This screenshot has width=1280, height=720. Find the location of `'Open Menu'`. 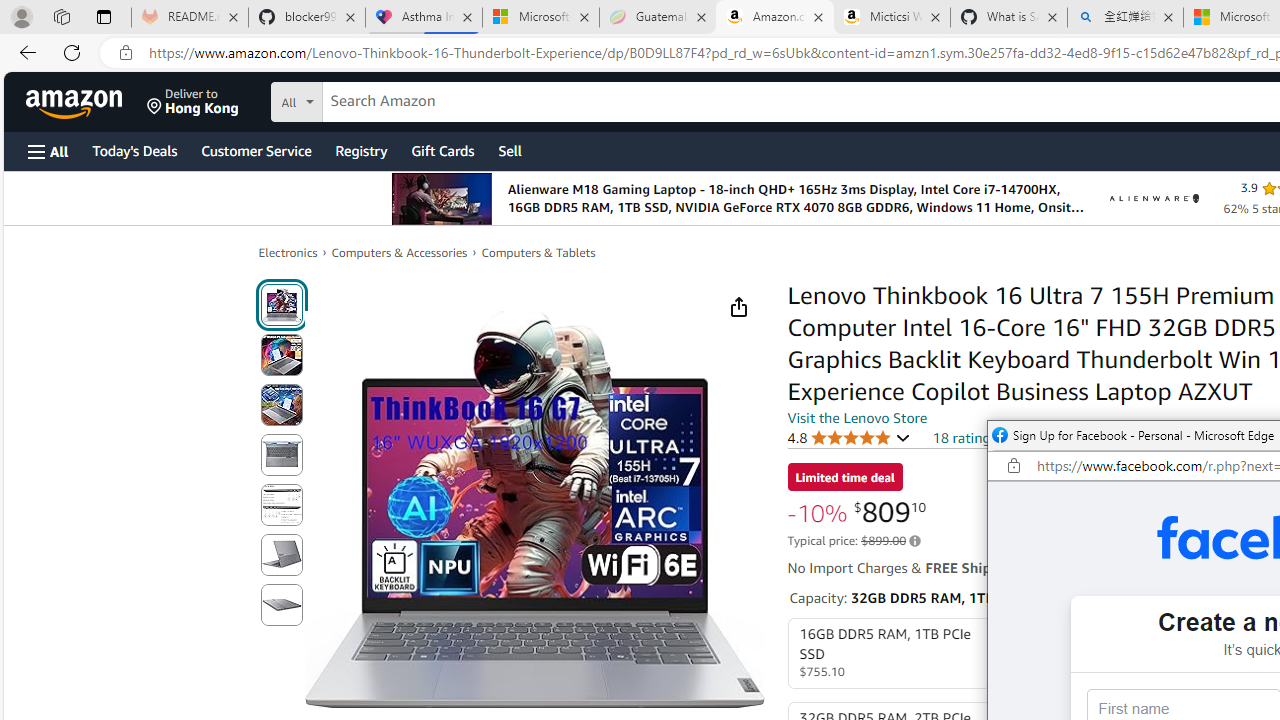

'Open Menu' is located at coordinates (48, 150).